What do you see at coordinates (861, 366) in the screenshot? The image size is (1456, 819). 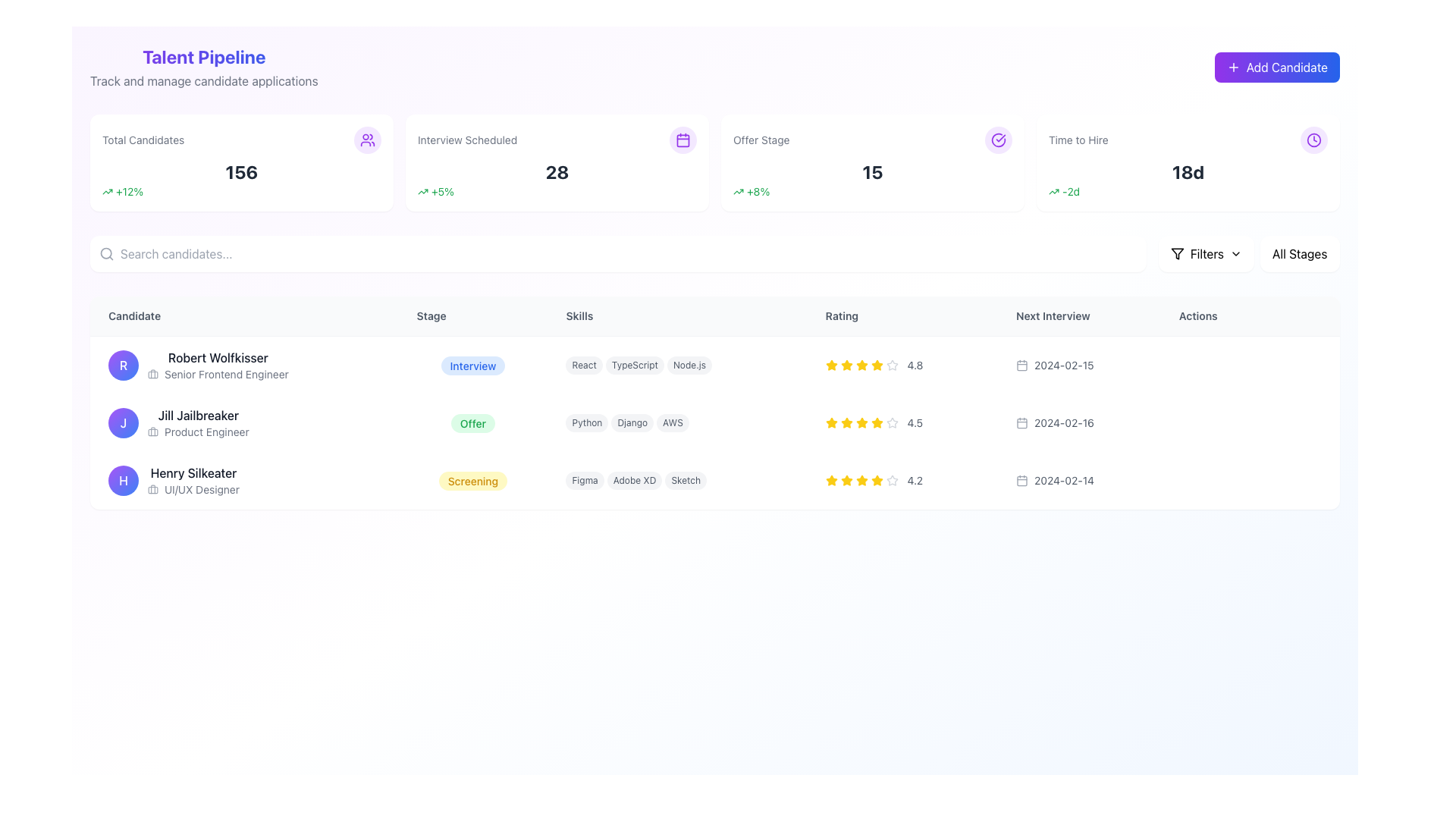 I see `the fifth yellow star icon in the rating system` at bounding box center [861, 366].